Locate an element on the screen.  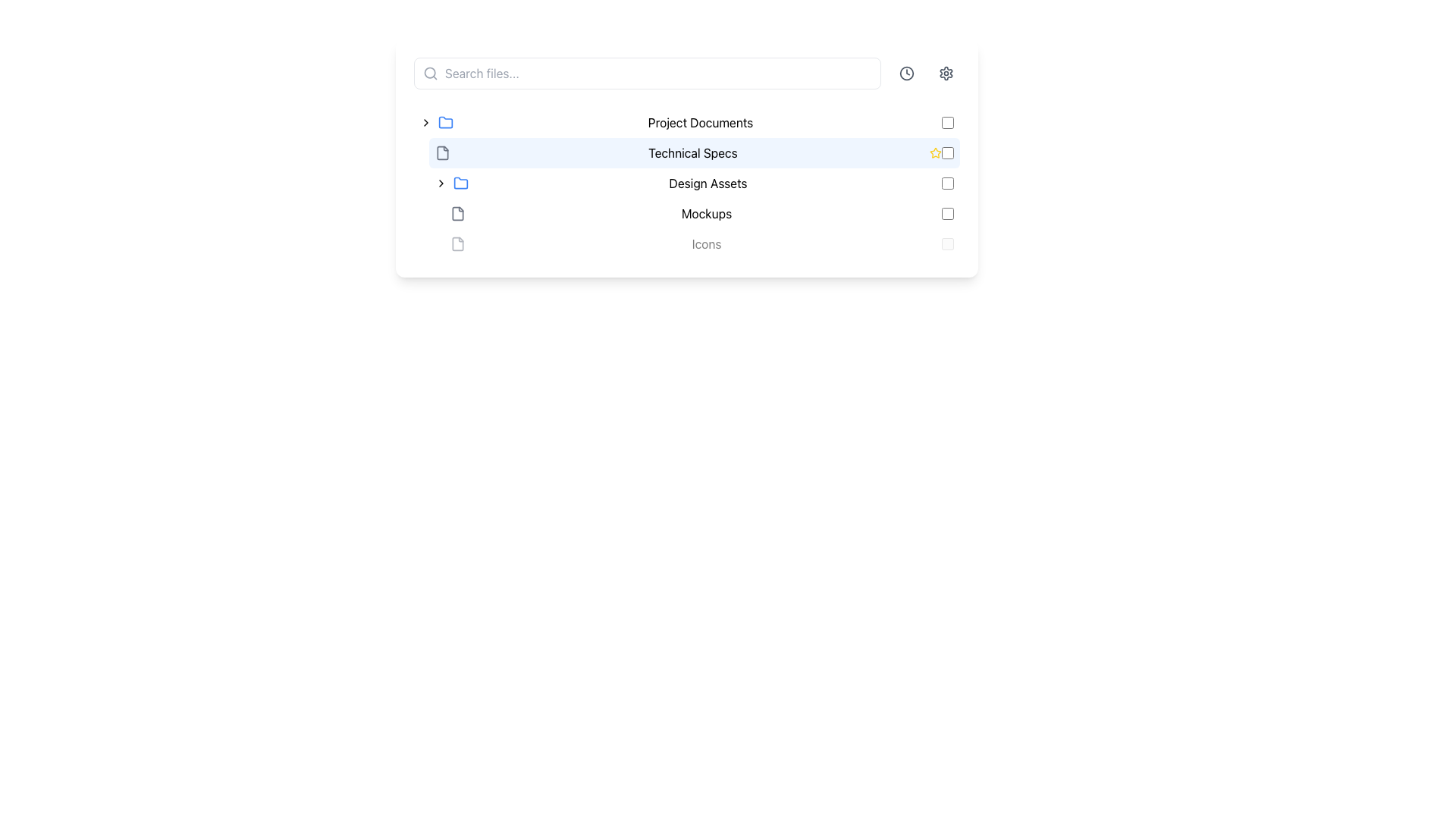
the disabled Checkbox located at the rightmost side of the 'Icons' row, which currently does not allow user interaction is located at coordinates (946, 243).